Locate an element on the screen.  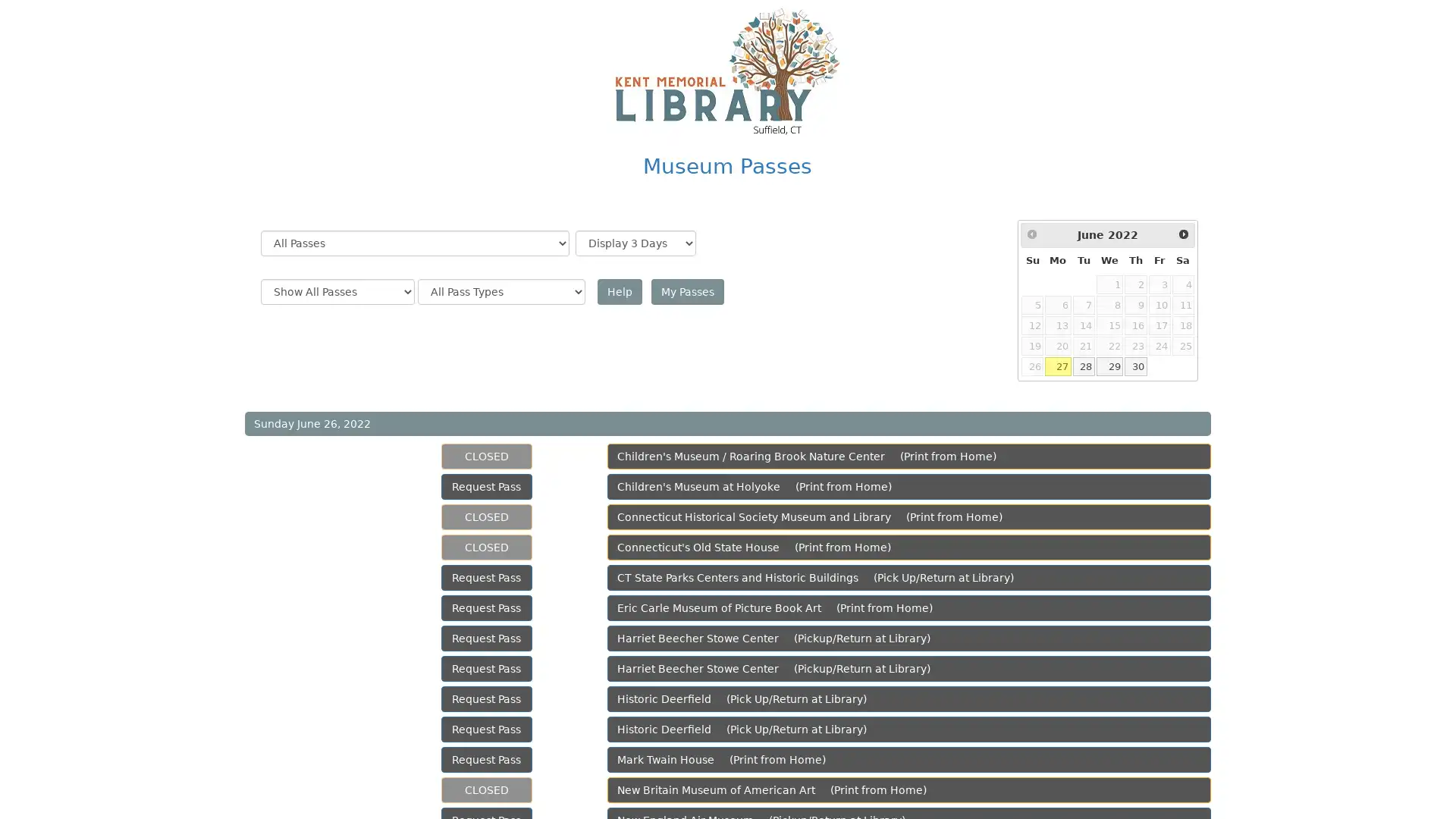
CT State Parks Centers and Historic Buildings     (Pick Up/Return at Library) is located at coordinates (908, 578).